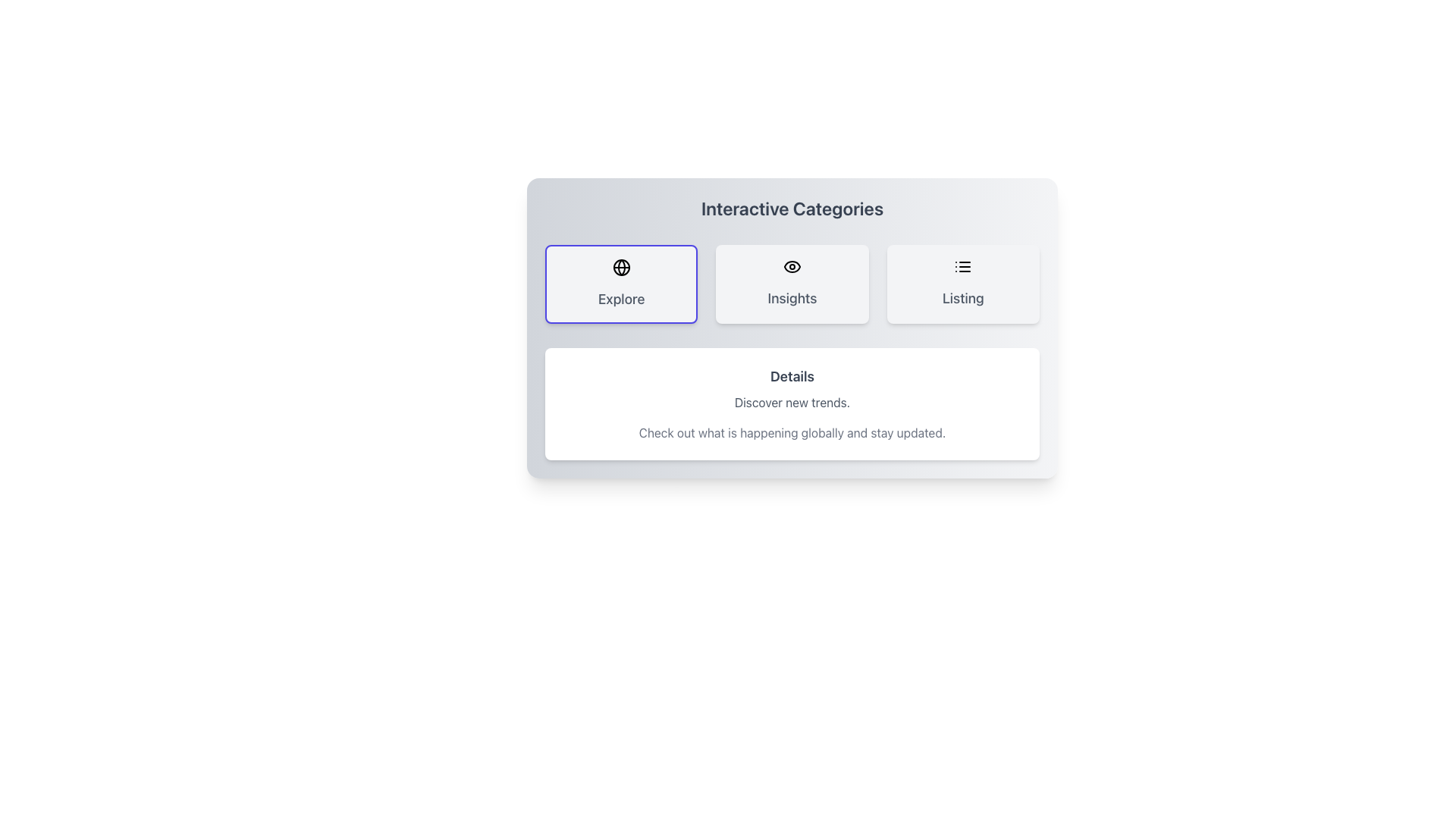  I want to click on the Circle graphic element of the globe icon, which is located above the 'Explore' label in the interface, so click(621, 267).